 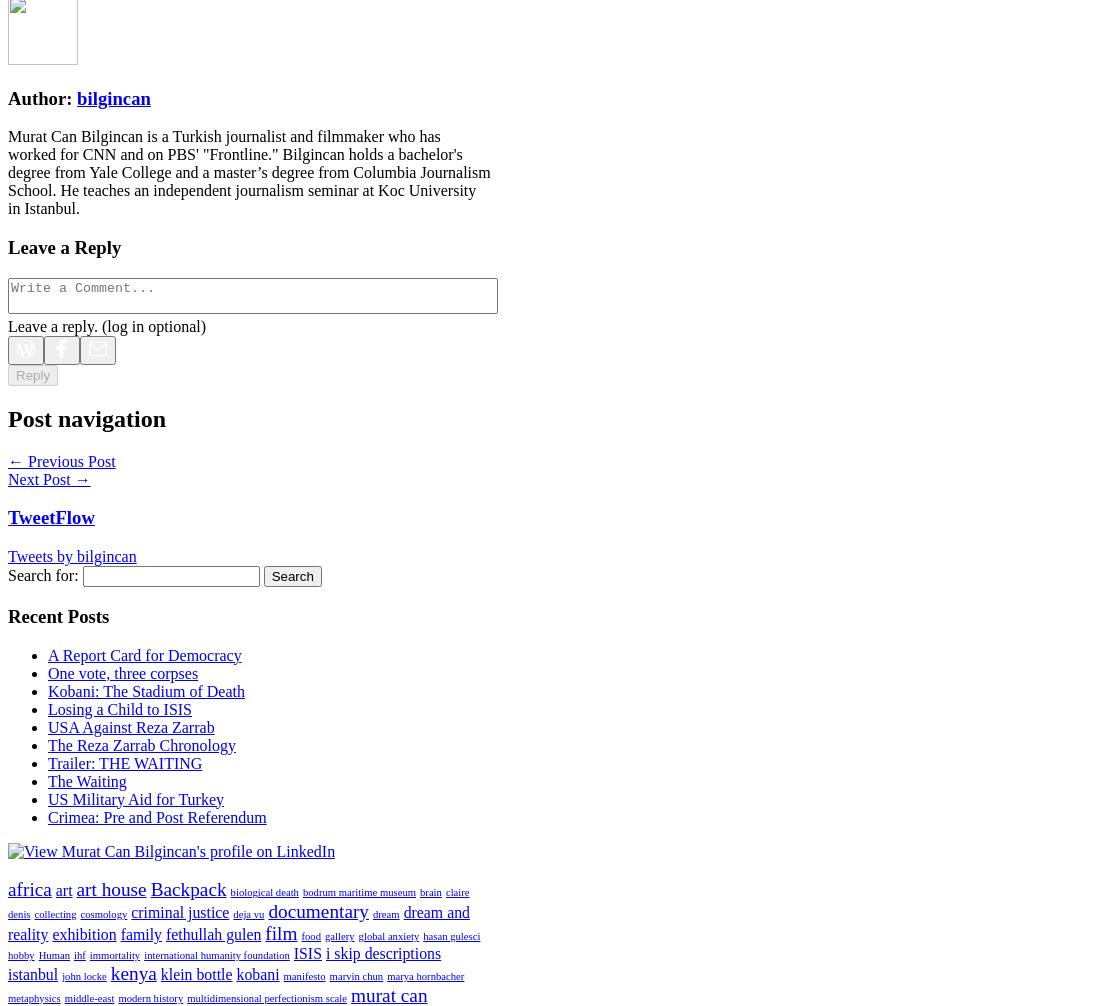 I want to click on 'deja vu', so click(x=248, y=913).